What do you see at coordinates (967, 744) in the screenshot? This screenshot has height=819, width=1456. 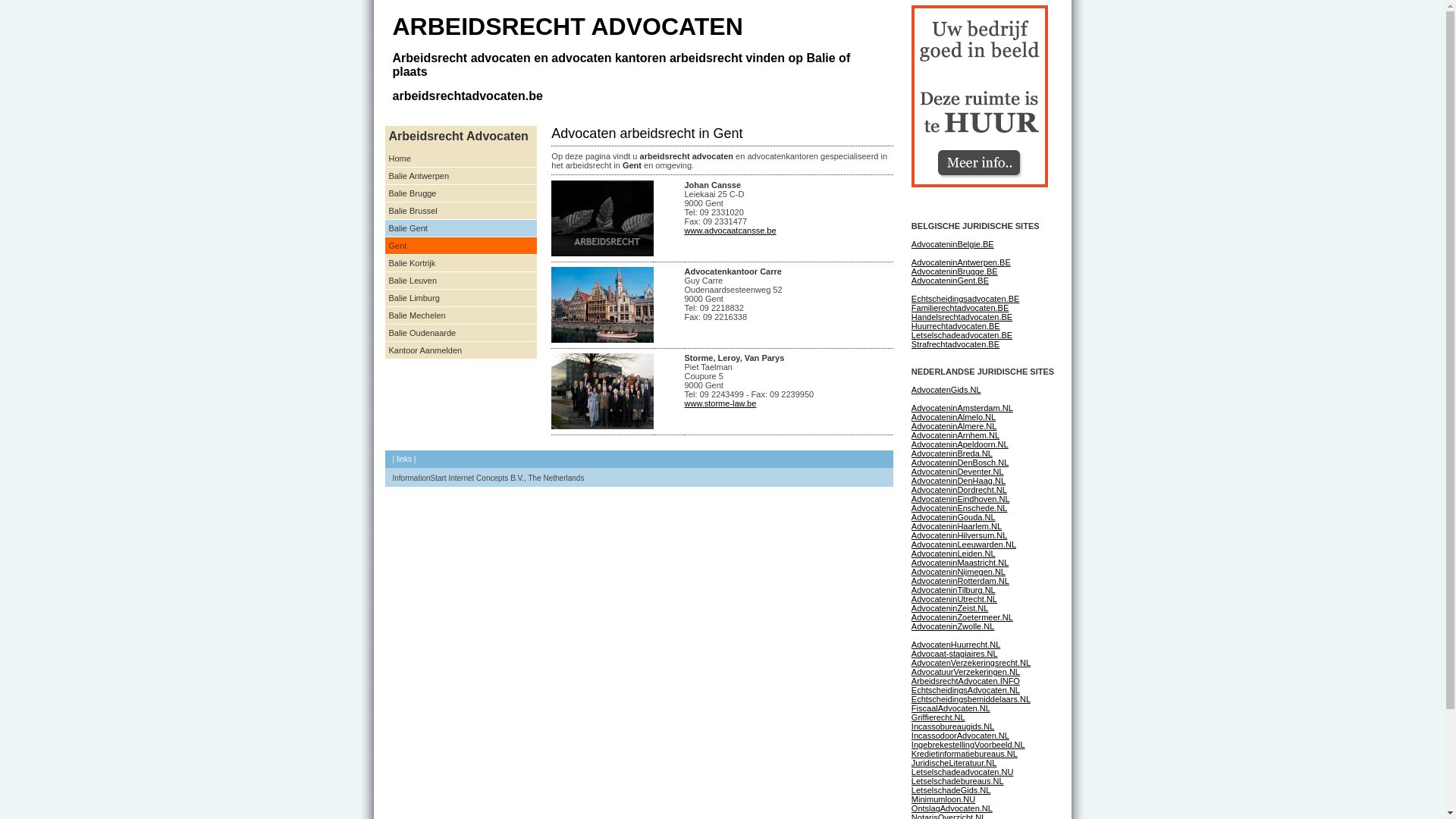 I see `'IngebrekestellingVoorbeeld.NL'` at bounding box center [967, 744].